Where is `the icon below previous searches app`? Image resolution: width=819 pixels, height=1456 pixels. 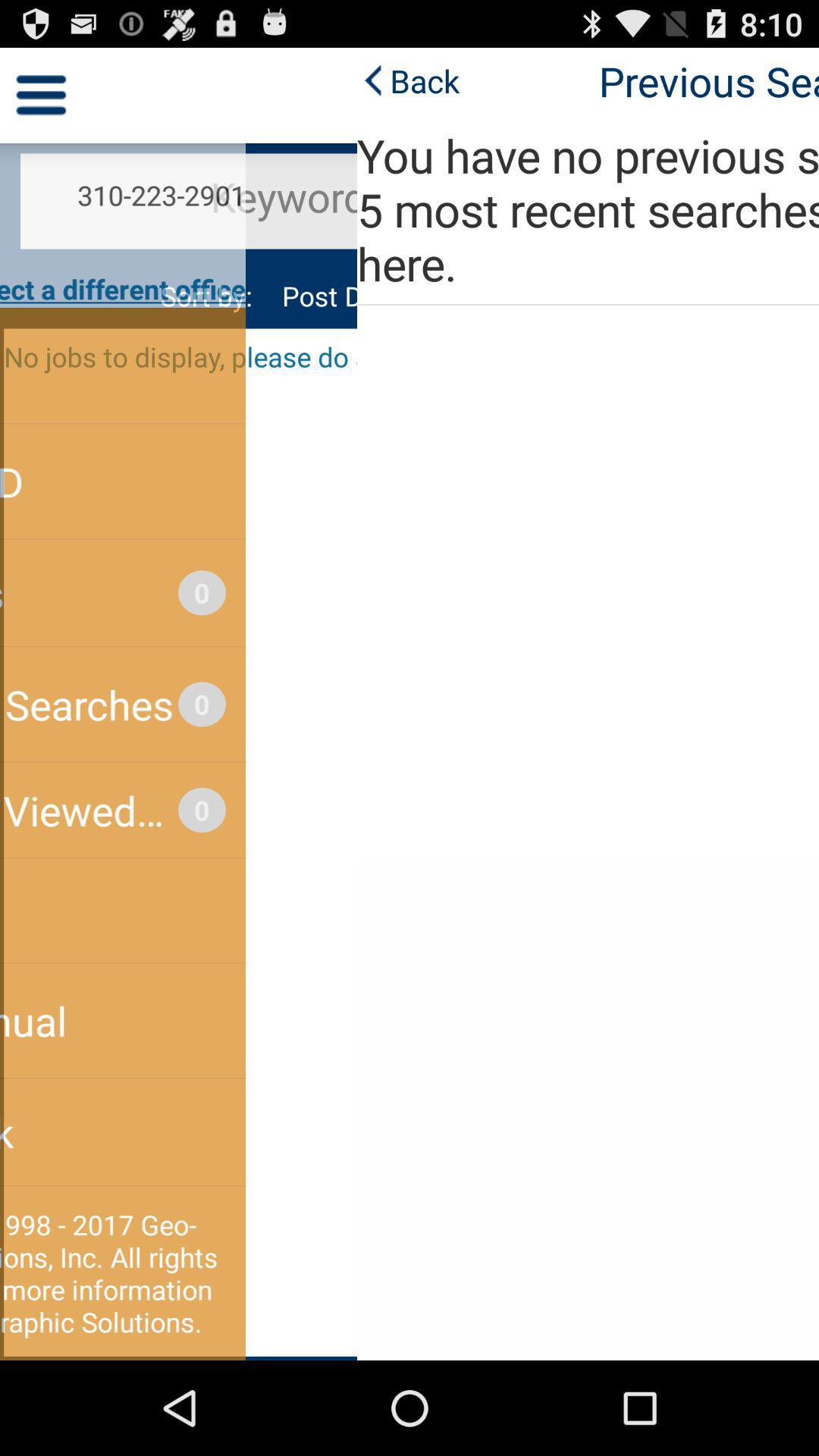
the icon below previous searches app is located at coordinates (409, 209).